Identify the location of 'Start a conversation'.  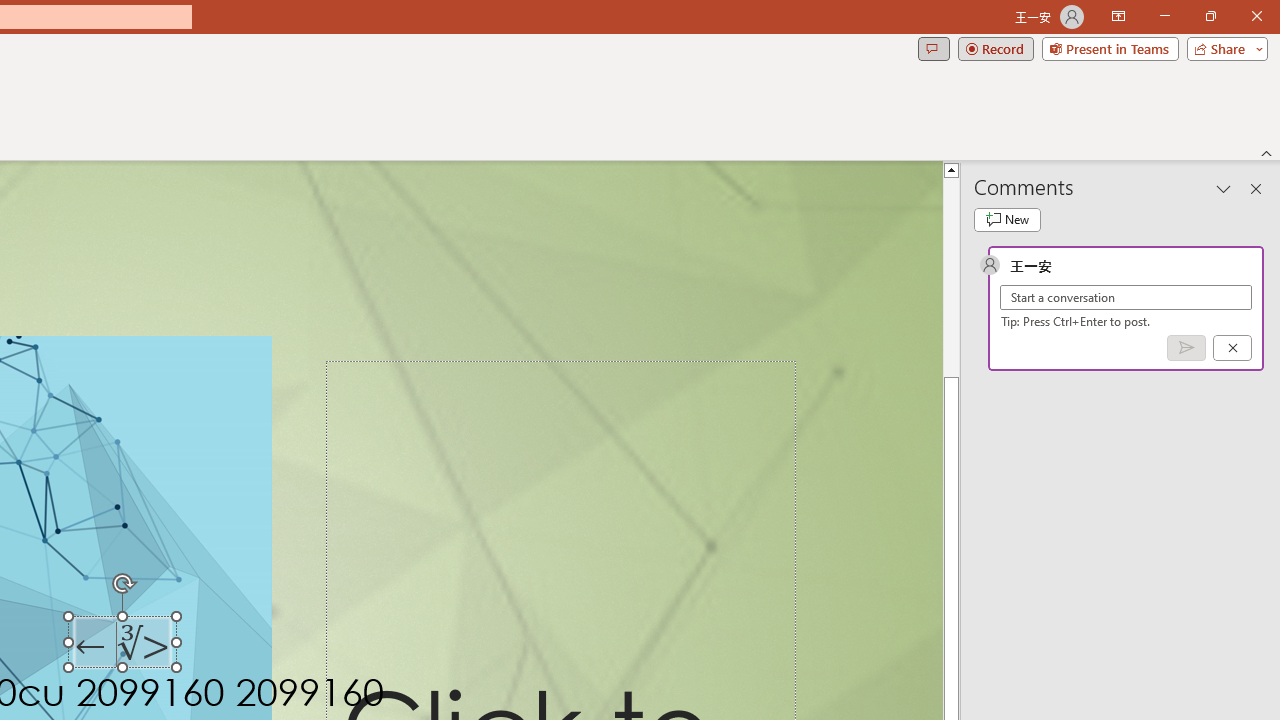
(1126, 297).